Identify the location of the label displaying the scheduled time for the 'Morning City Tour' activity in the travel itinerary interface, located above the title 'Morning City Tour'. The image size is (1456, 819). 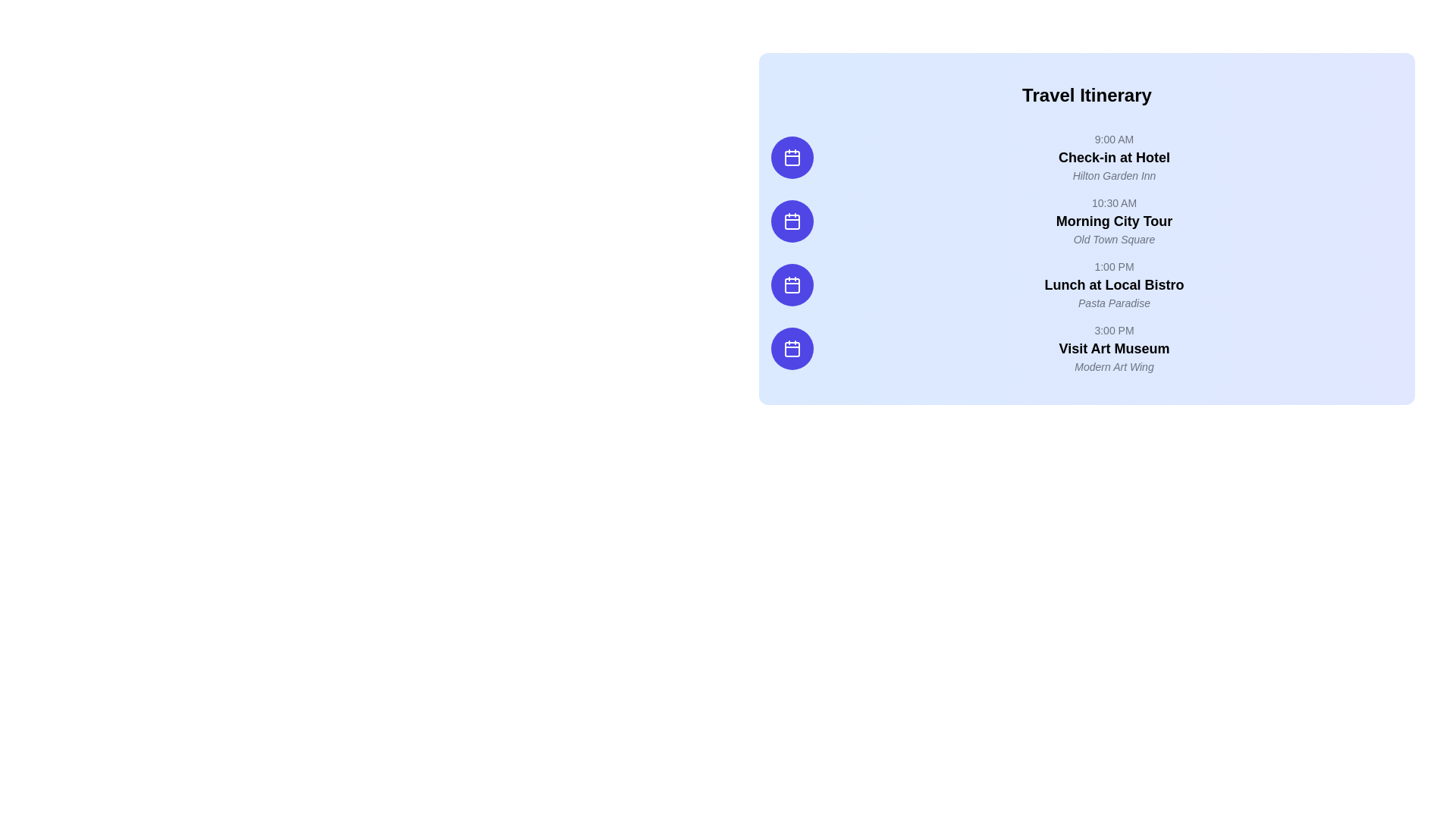
(1114, 202).